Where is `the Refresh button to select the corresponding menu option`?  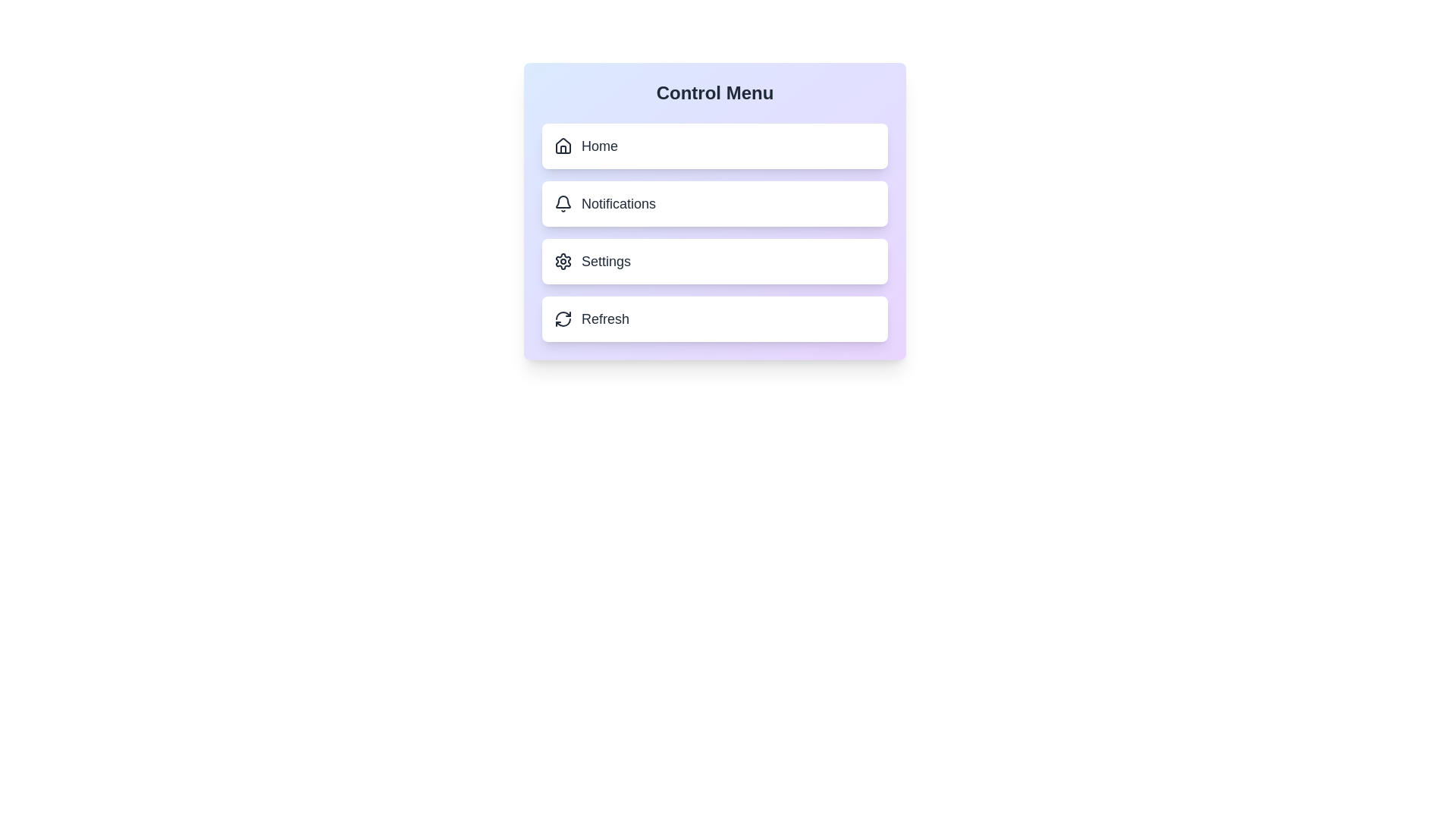 the Refresh button to select the corresponding menu option is located at coordinates (714, 318).